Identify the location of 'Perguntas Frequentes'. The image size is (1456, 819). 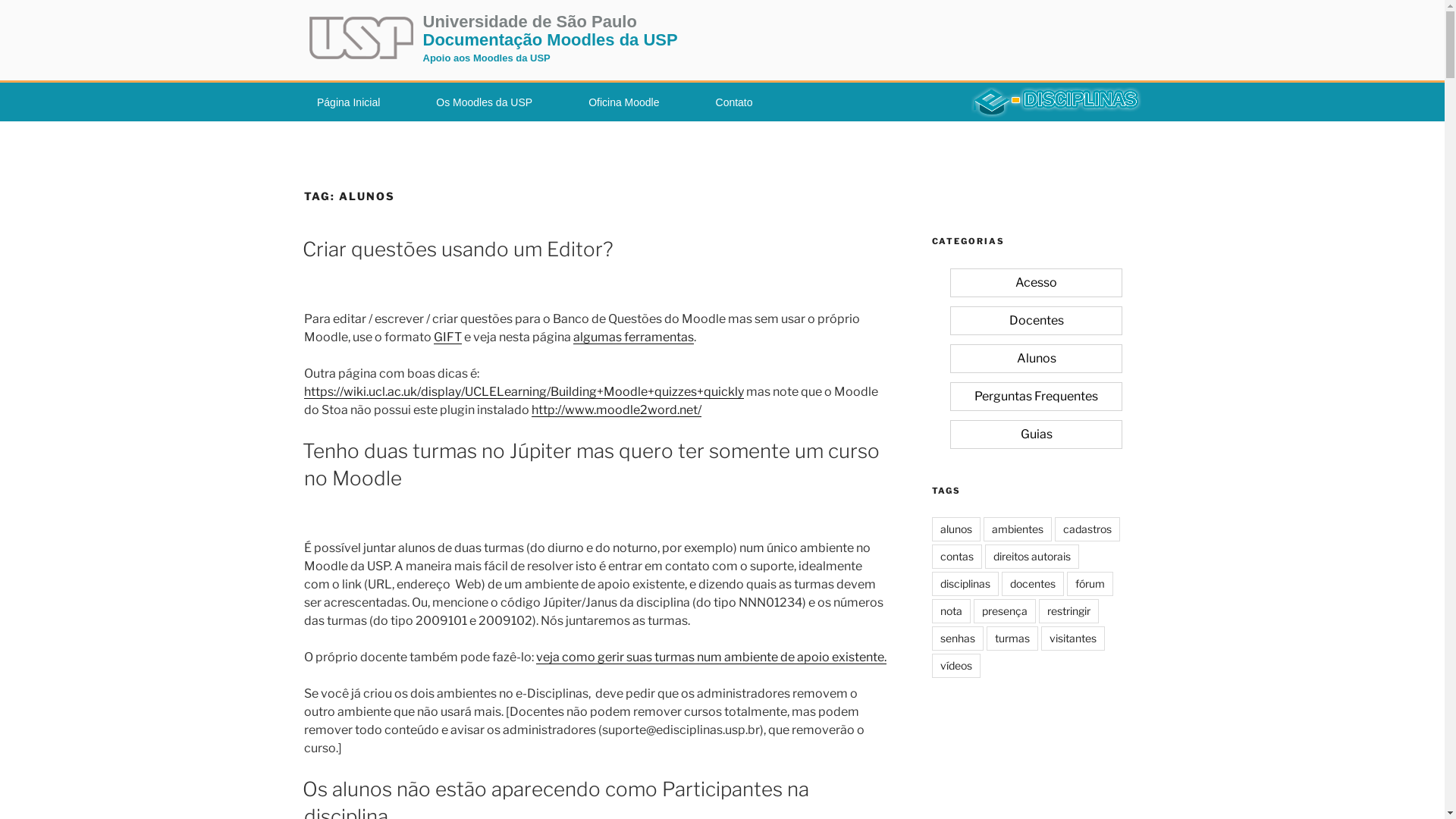
(1035, 396).